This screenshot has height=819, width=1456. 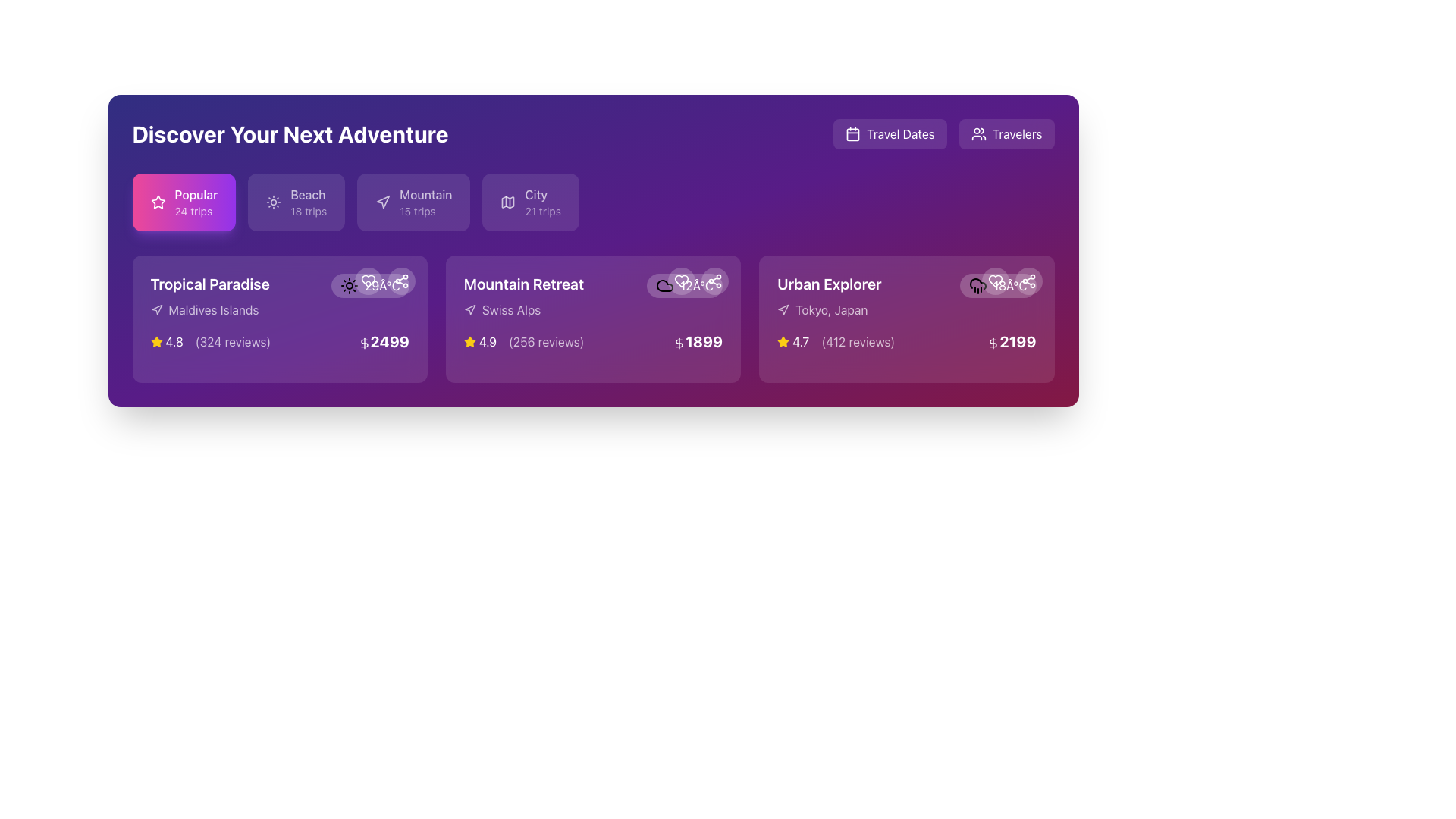 I want to click on the dollar sign icon located to the immediate left of the numerical text '2499' in the first card labeled 'Tropical Paradise', so click(x=364, y=343).